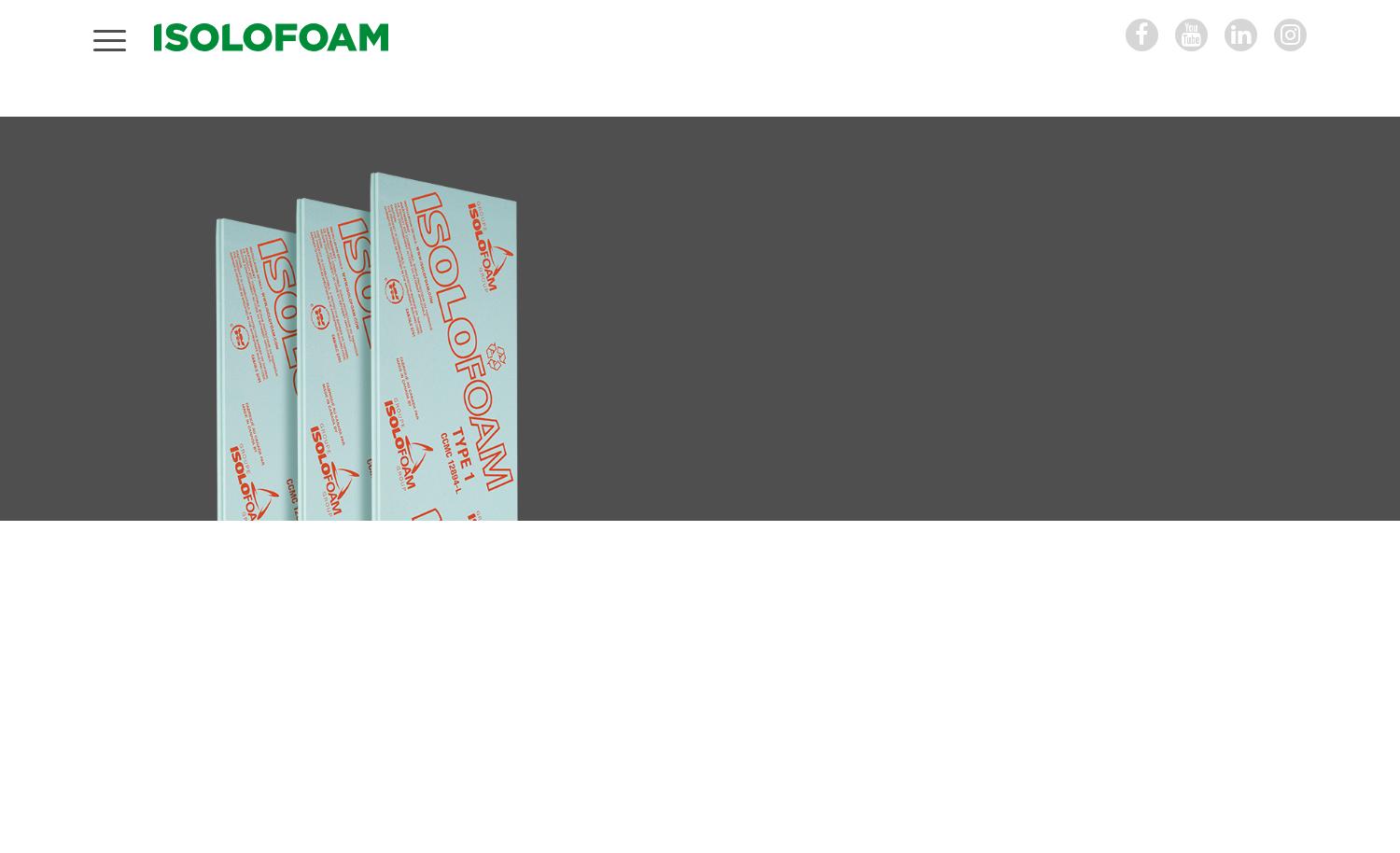  I want to click on 'NEW AND RENOVATION', so click(714, 398).